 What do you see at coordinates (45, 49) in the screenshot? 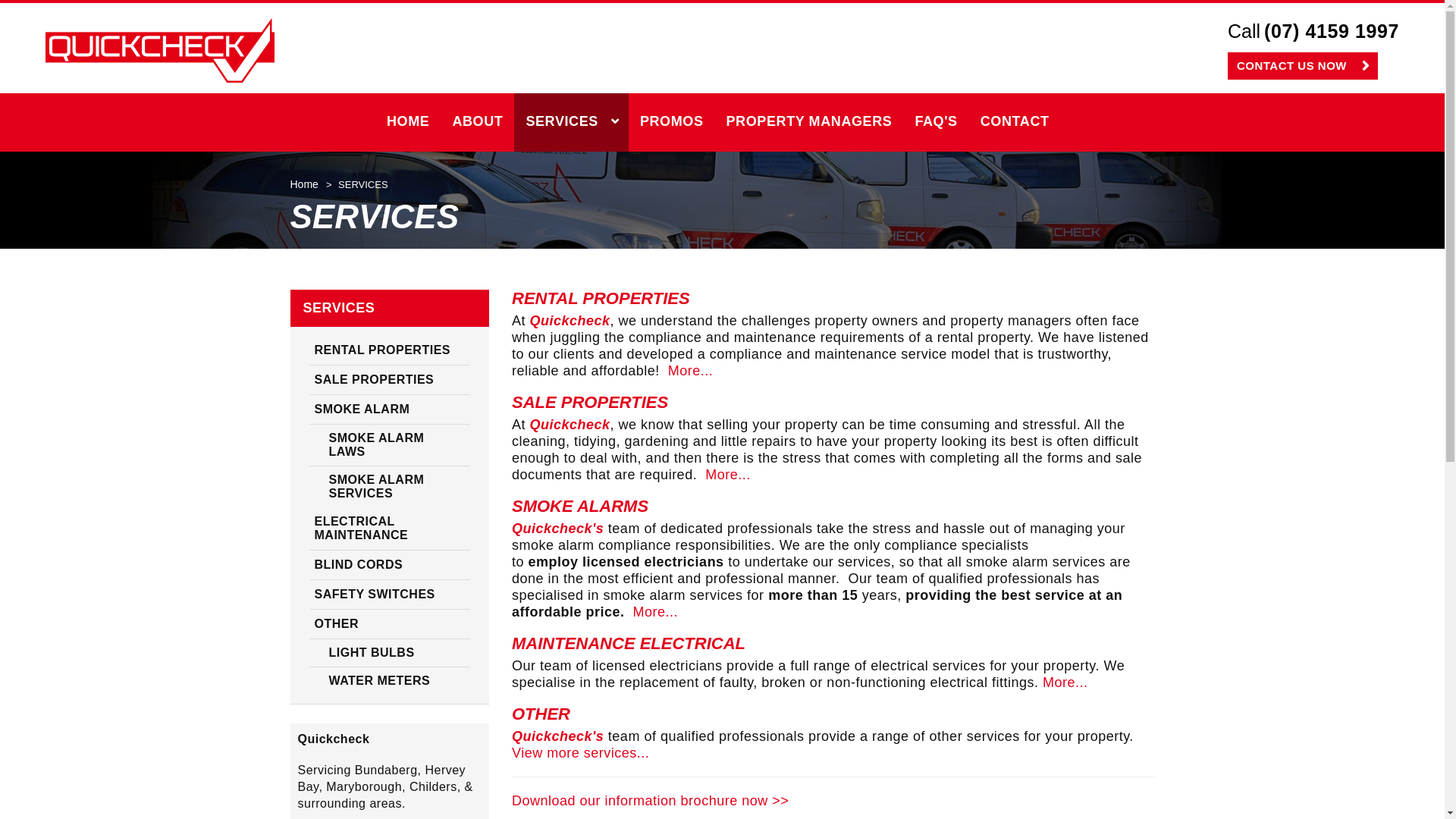
I see `'Quickcheck'` at bounding box center [45, 49].